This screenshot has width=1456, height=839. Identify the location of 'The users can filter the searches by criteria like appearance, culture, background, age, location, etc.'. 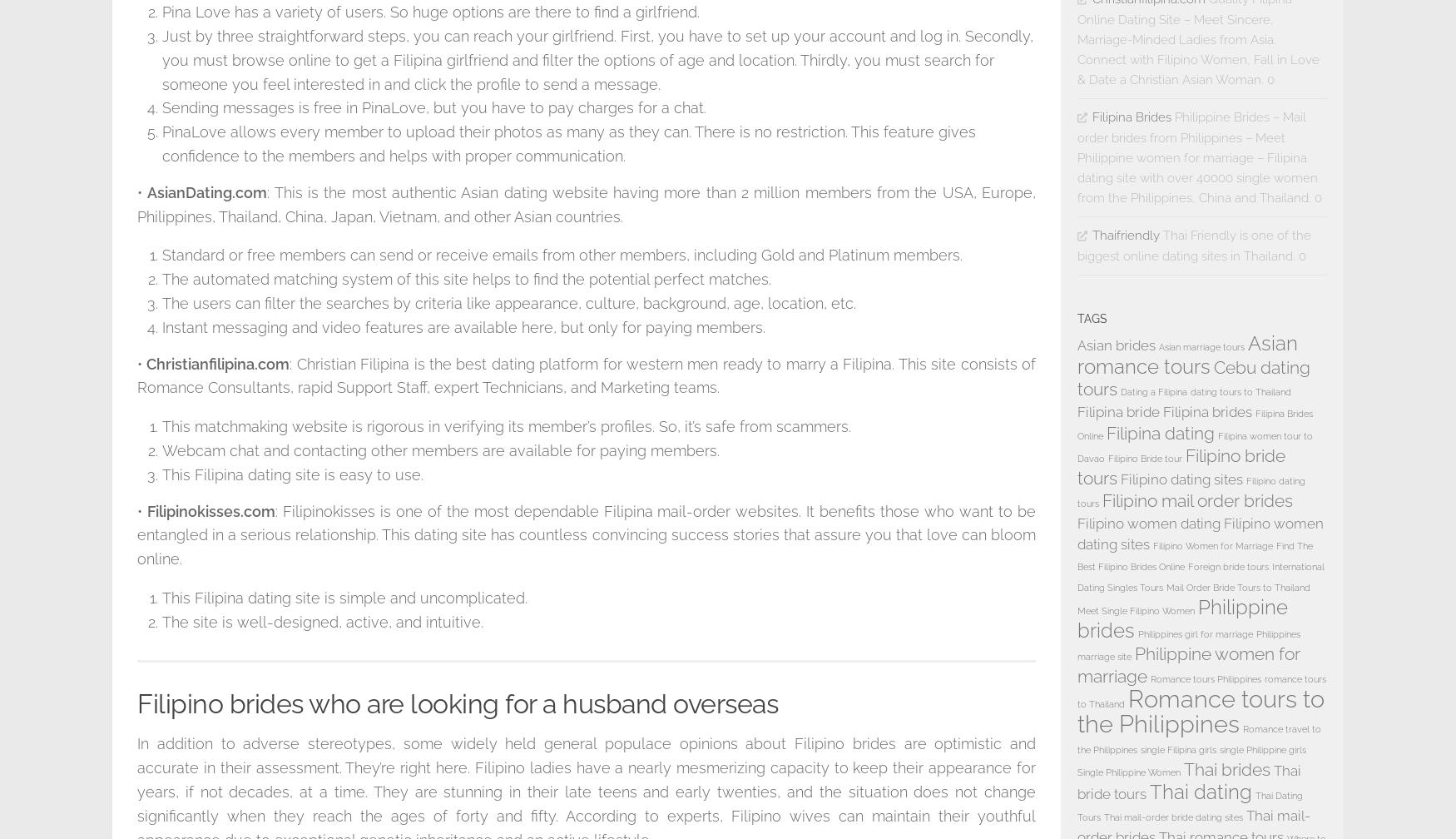
(508, 302).